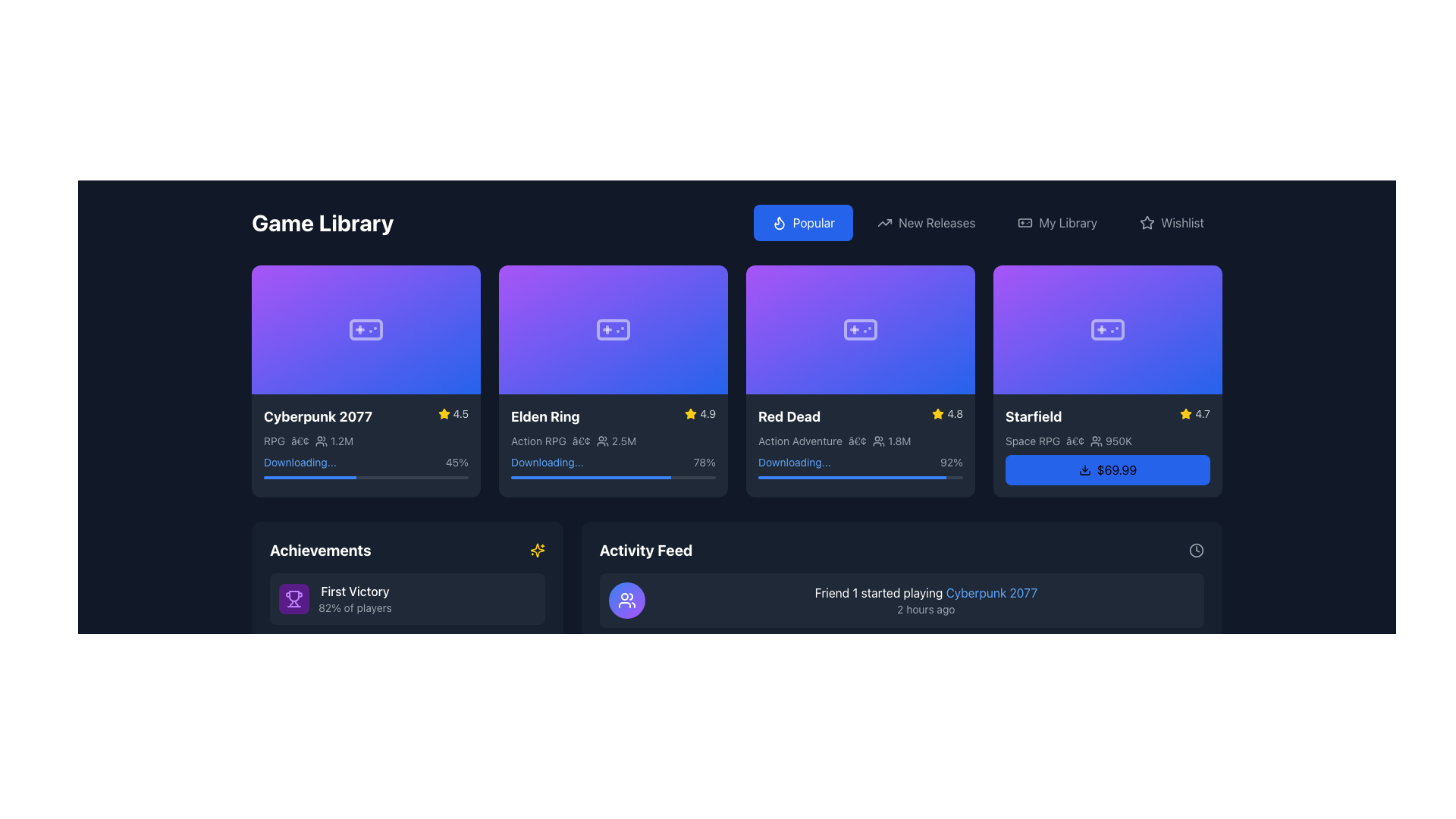 The image size is (1456, 819). I want to click on 'Cyberpunk 2077' text label displayed in bold, large white font at the top-left of the first game card in the Game Library section, so click(317, 416).